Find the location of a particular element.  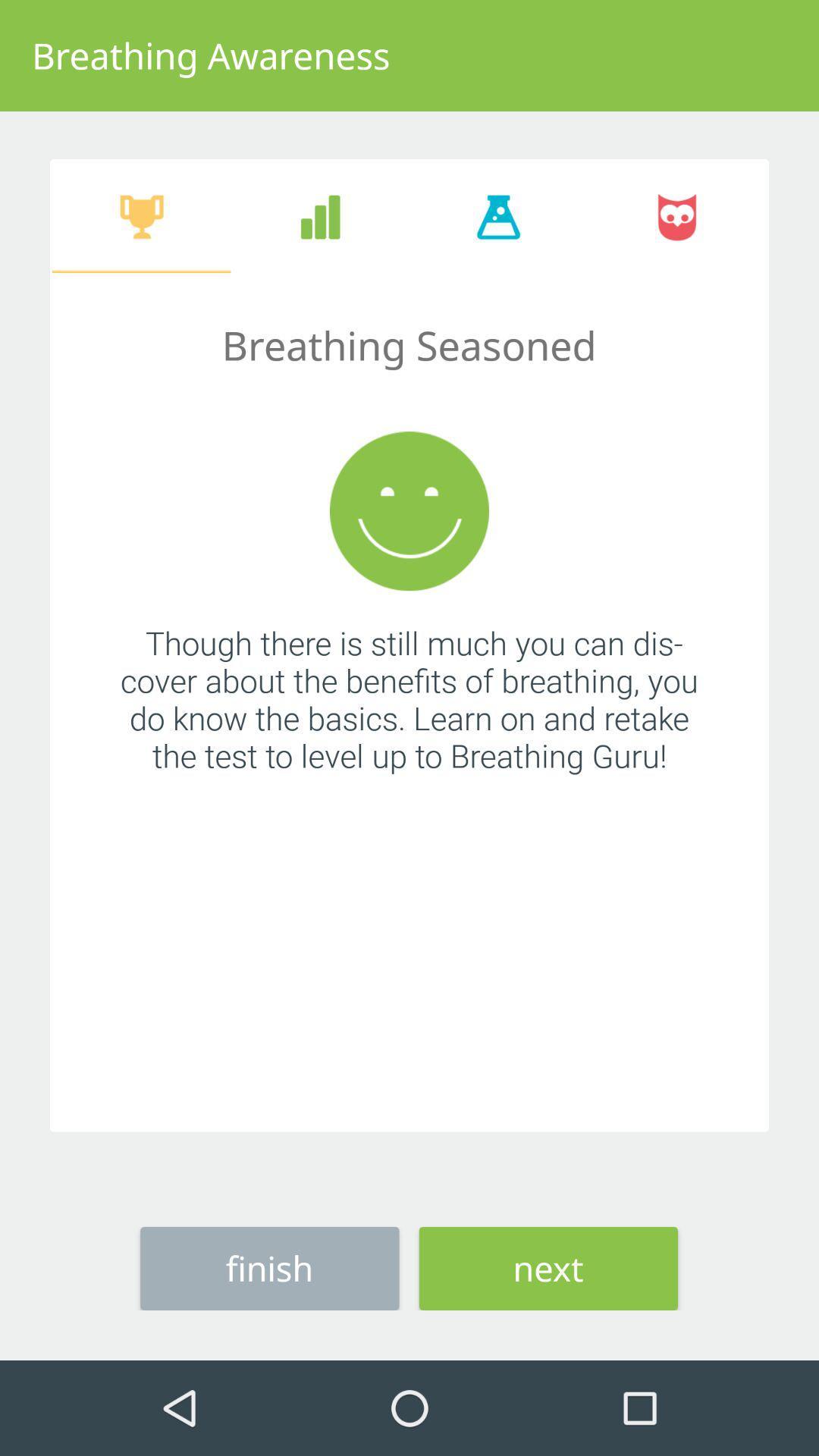

the button at the bottom right corner is located at coordinates (548, 1268).